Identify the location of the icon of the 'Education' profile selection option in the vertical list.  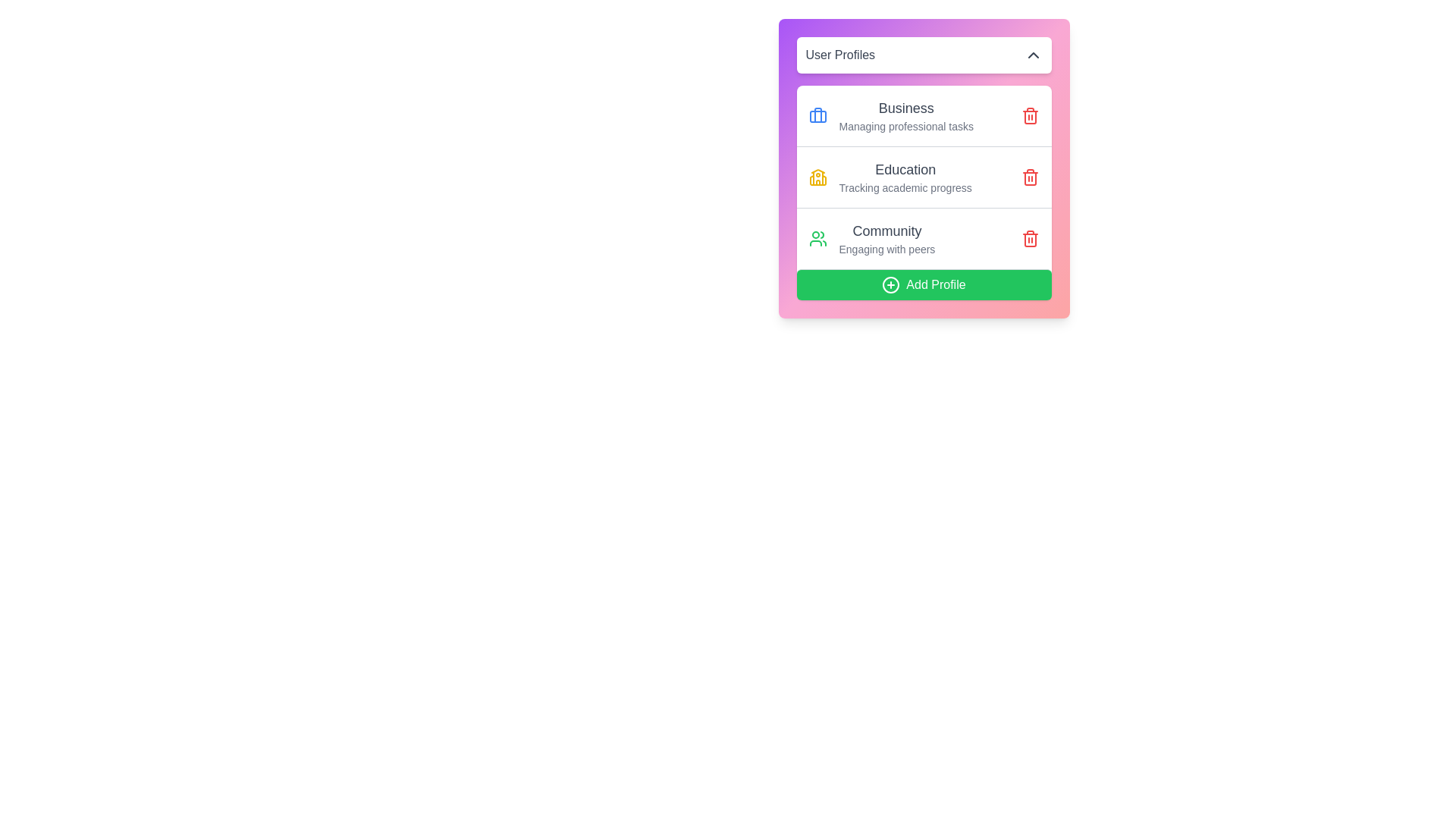
(890, 177).